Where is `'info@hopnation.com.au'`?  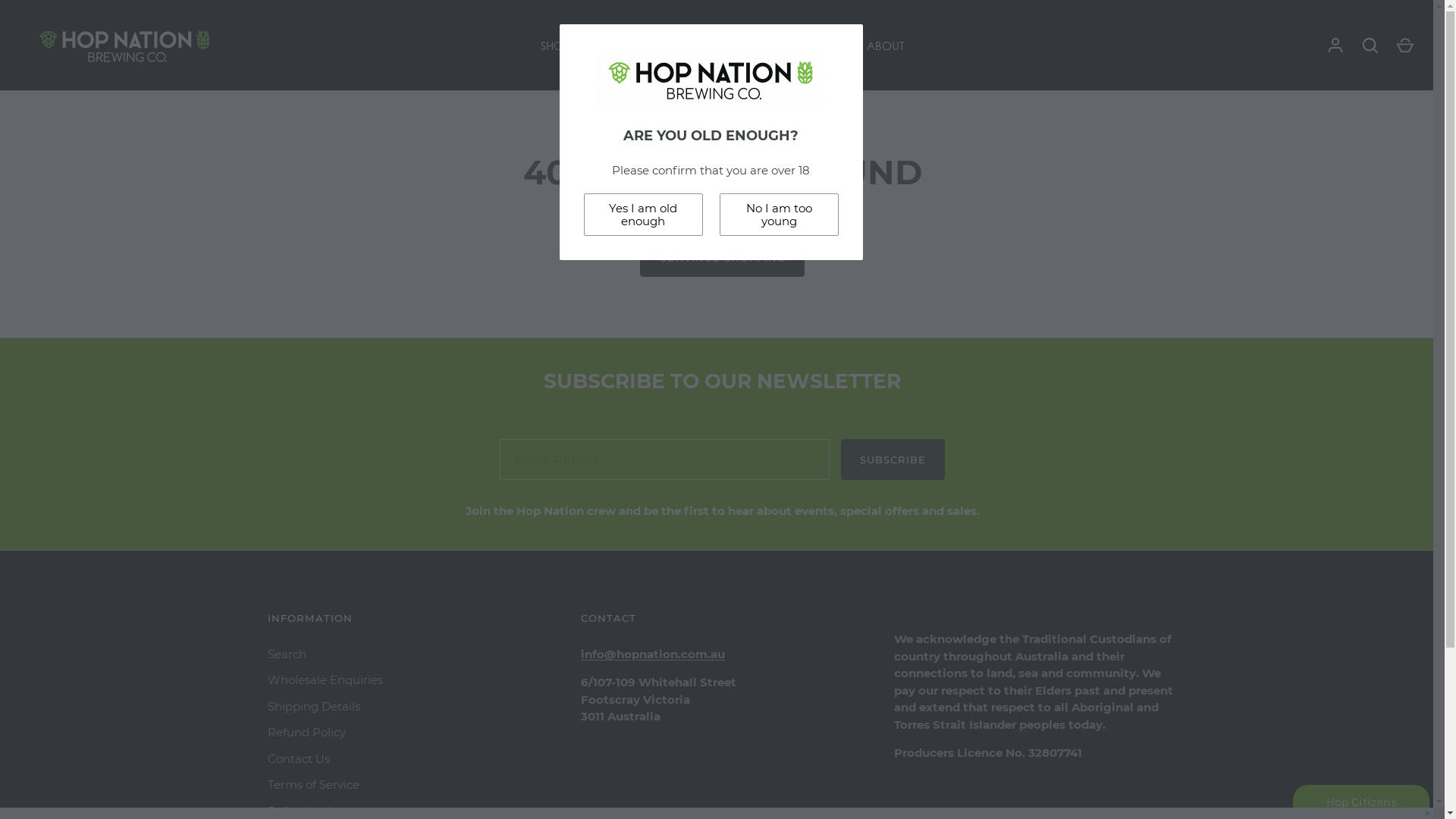
'info@hopnation.com.au' is located at coordinates (652, 653).